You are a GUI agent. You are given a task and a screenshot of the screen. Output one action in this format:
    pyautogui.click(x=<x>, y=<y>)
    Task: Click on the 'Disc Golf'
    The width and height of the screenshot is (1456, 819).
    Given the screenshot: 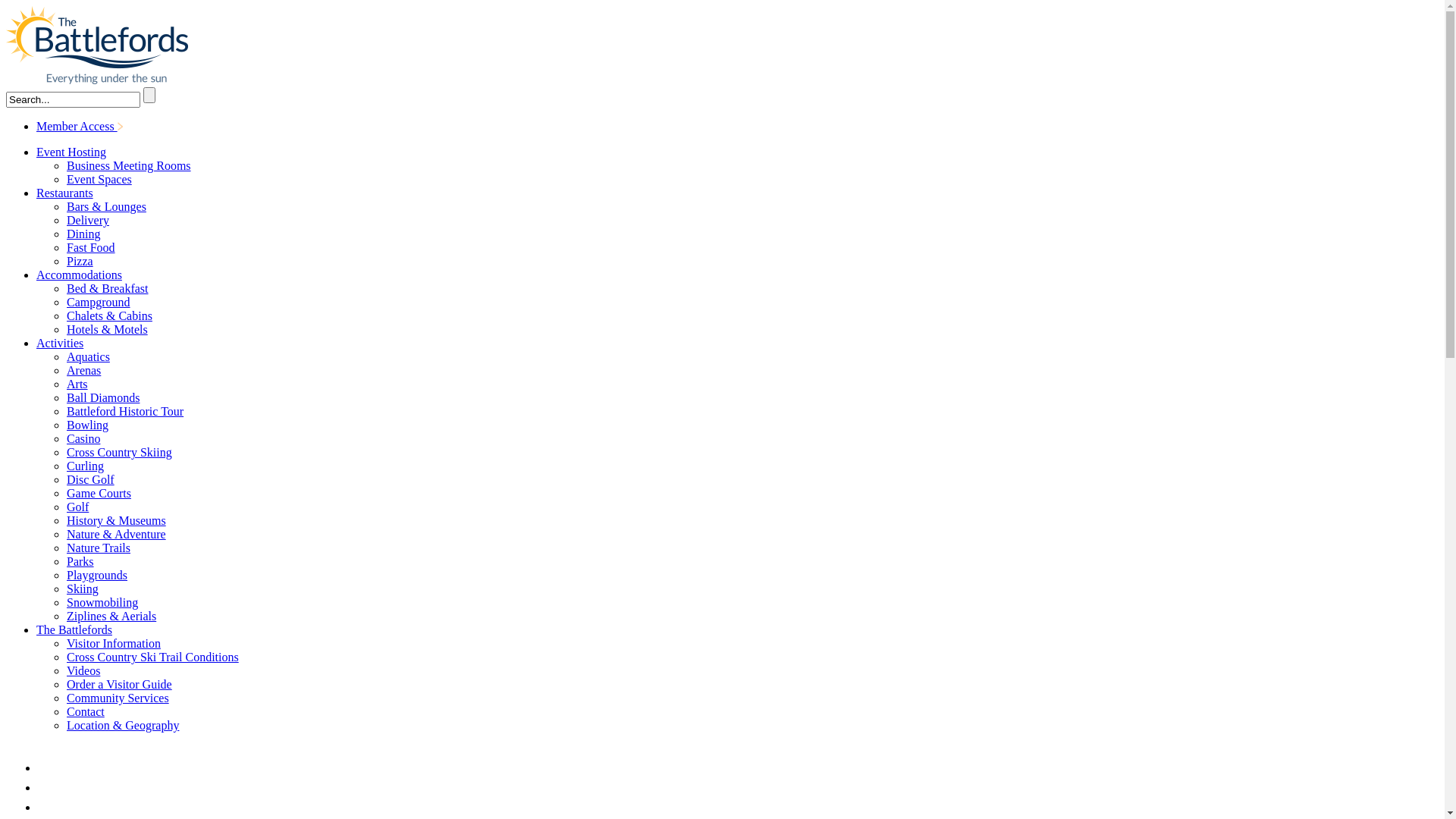 What is the action you would take?
    pyautogui.click(x=65, y=479)
    